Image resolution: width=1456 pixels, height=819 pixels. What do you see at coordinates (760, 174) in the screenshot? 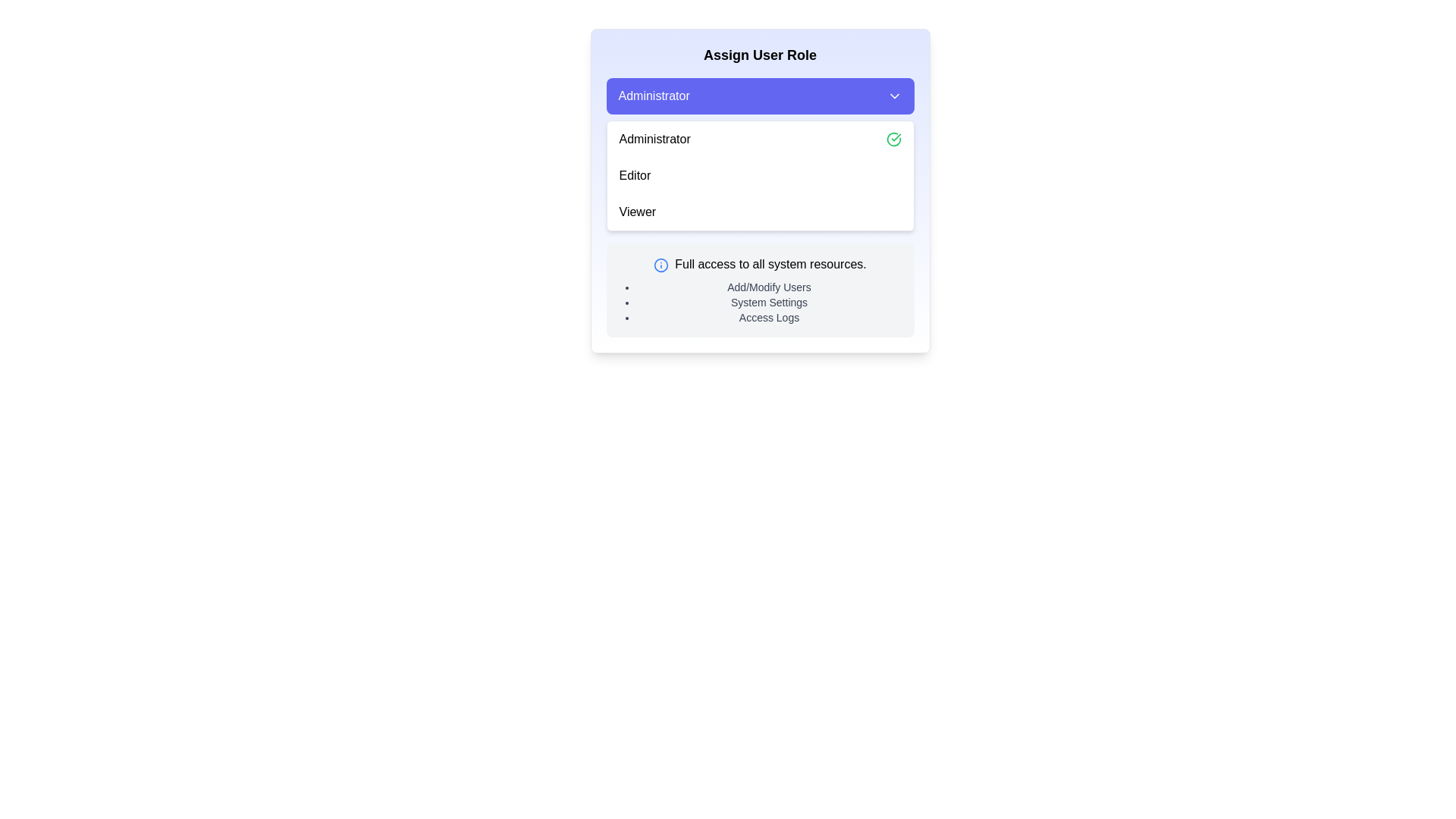
I see `the selectable list item labeled 'Editor'` at bounding box center [760, 174].